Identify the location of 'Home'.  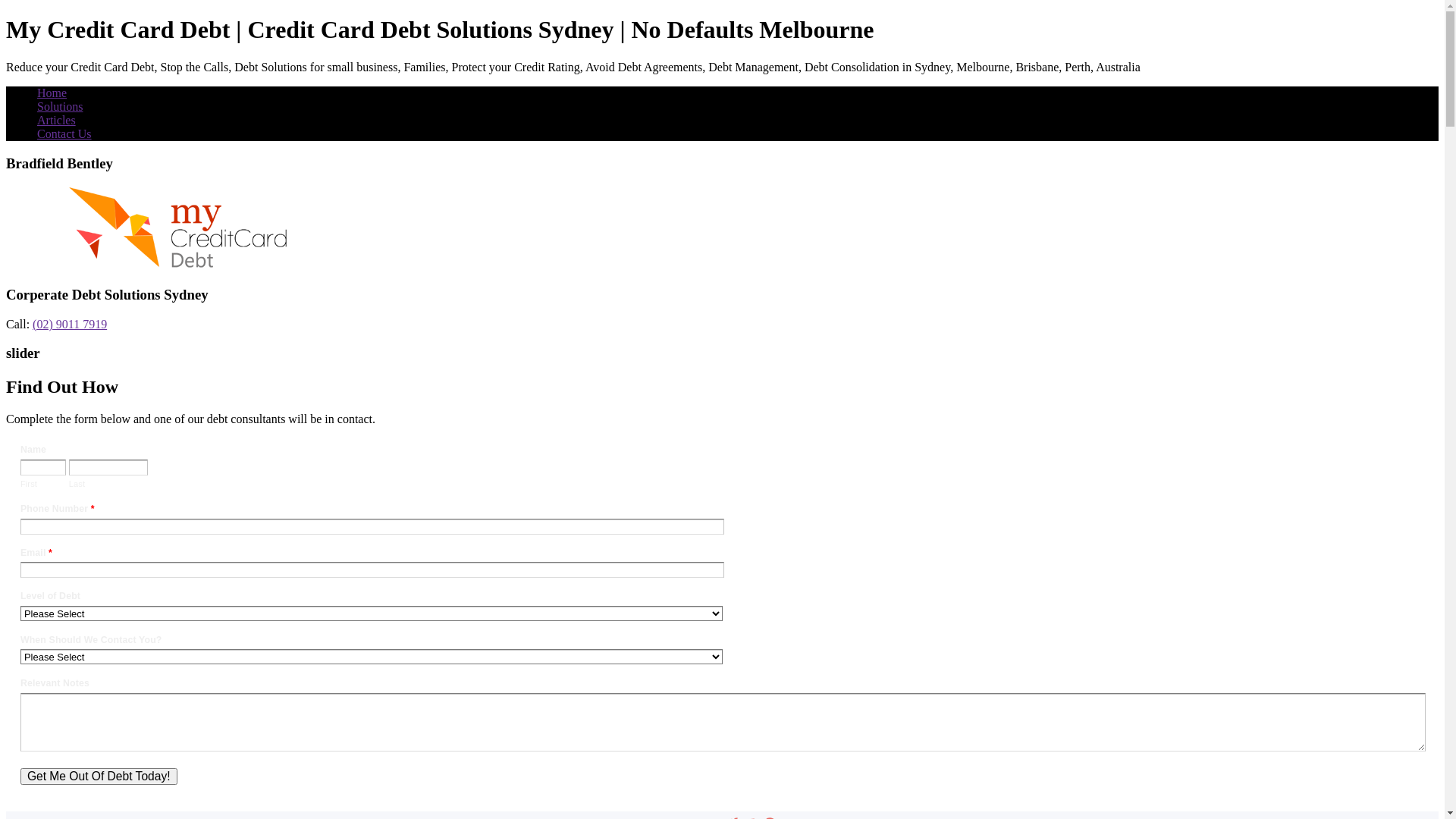
(52, 93).